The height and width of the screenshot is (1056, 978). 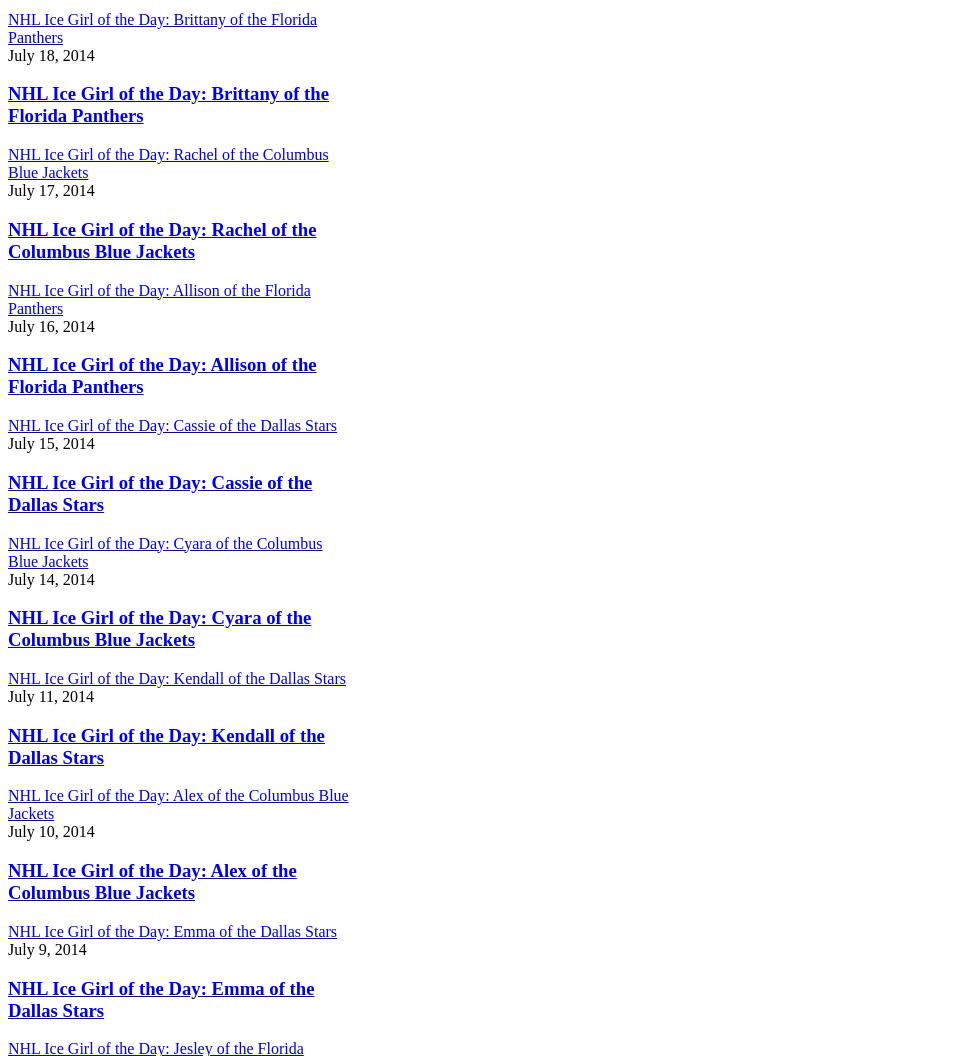 What do you see at coordinates (50, 695) in the screenshot?
I see `'July 11, 2014'` at bounding box center [50, 695].